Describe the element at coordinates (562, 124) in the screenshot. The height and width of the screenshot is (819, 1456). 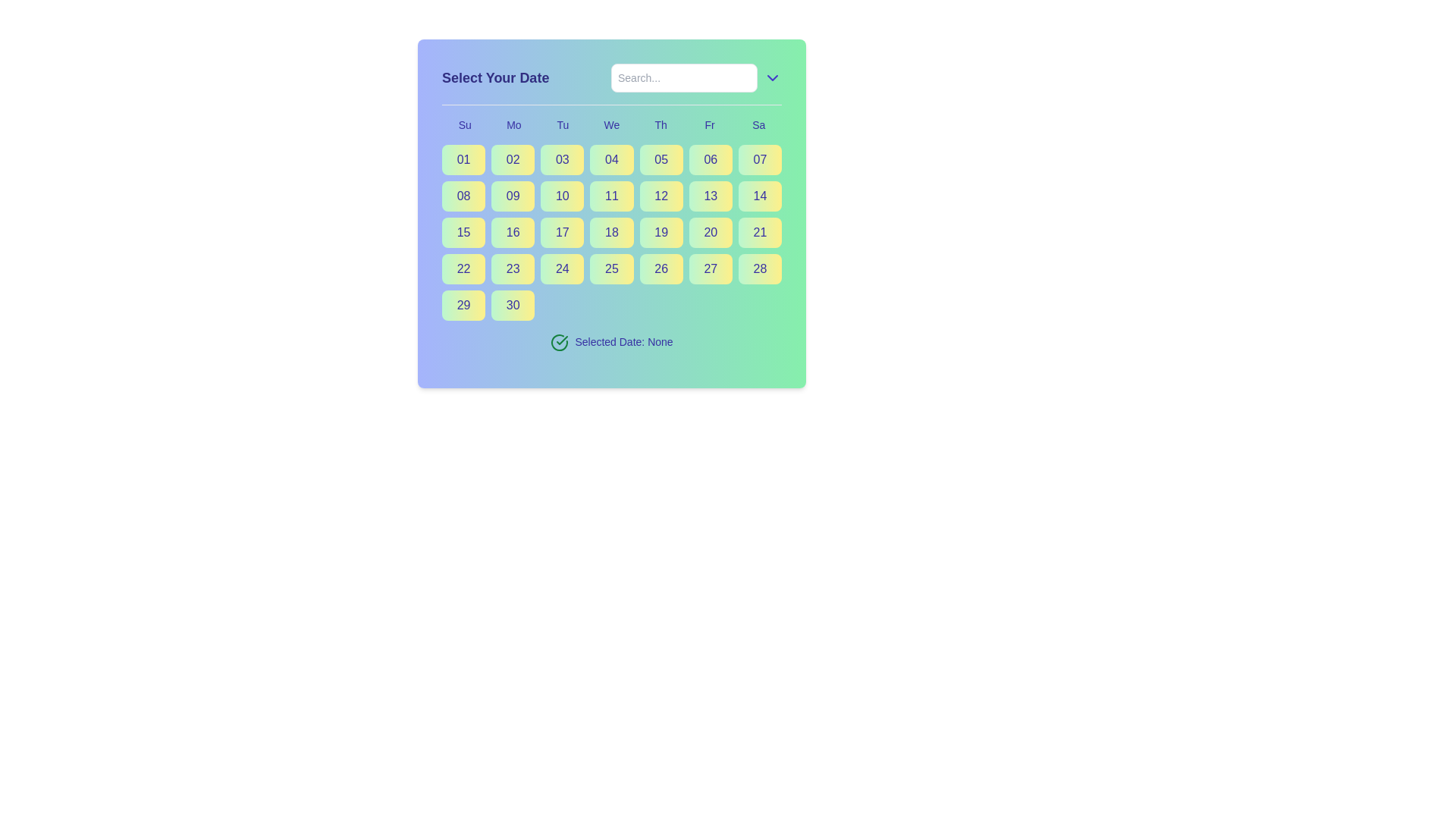
I see `the text label 'Tu' which represents Tuesday in the calendar header, styled in blue with medium font, positioned between 'Mo' and 'We'` at that location.